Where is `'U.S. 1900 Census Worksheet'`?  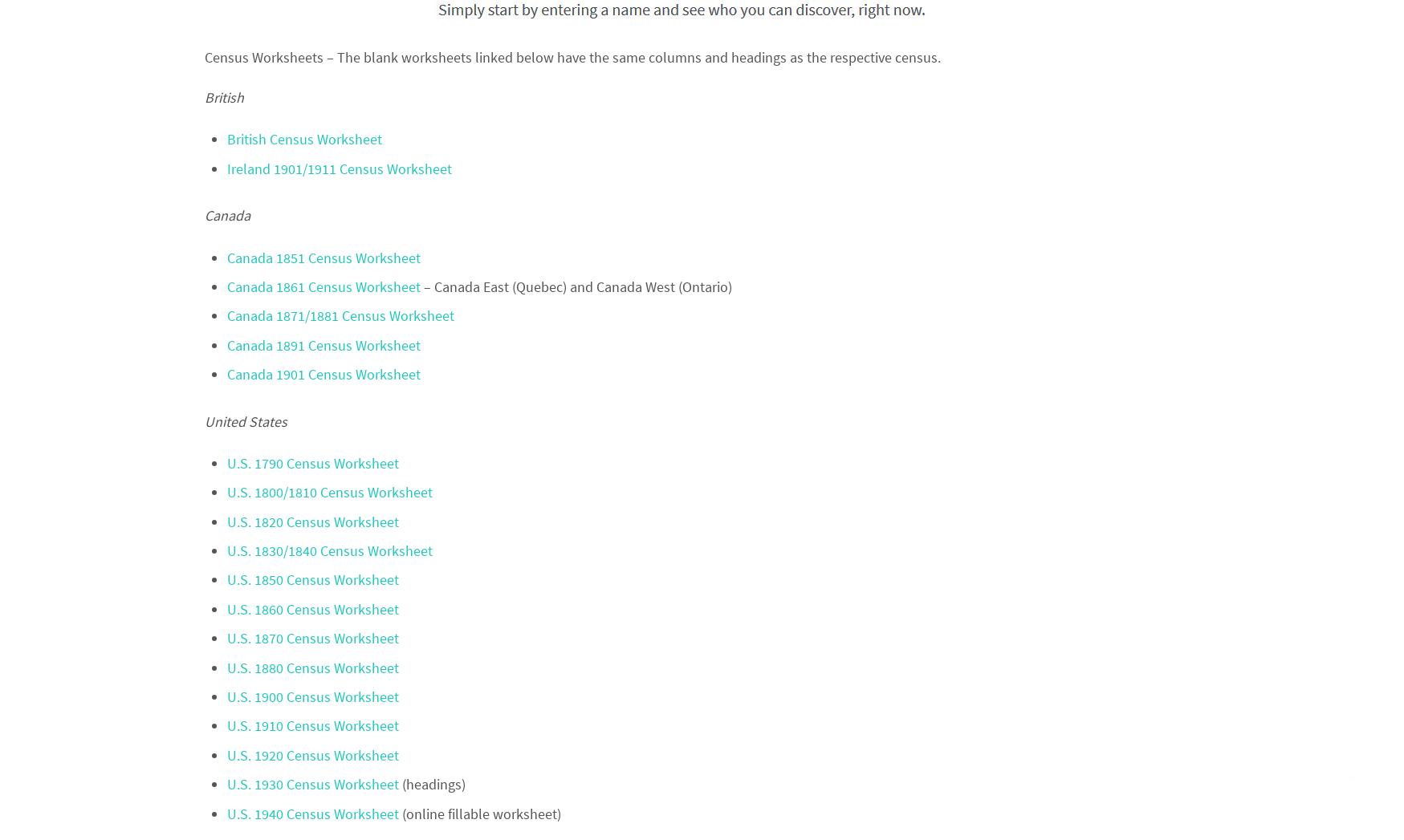 'U.S. 1900 Census Worksheet' is located at coordinates (226, 696).